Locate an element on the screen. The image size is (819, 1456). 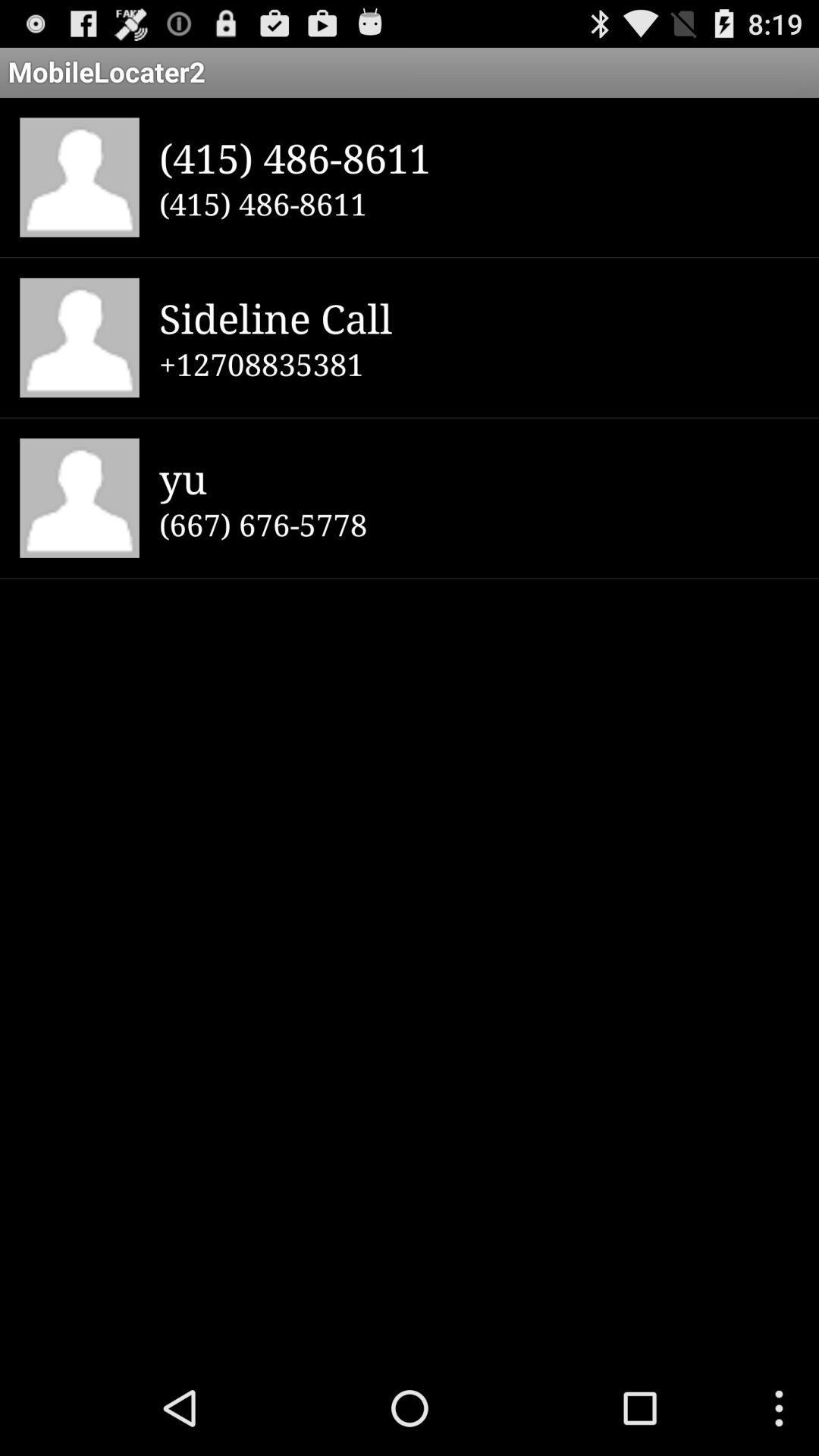
icon above yu app is located at coordinates (479, 364).